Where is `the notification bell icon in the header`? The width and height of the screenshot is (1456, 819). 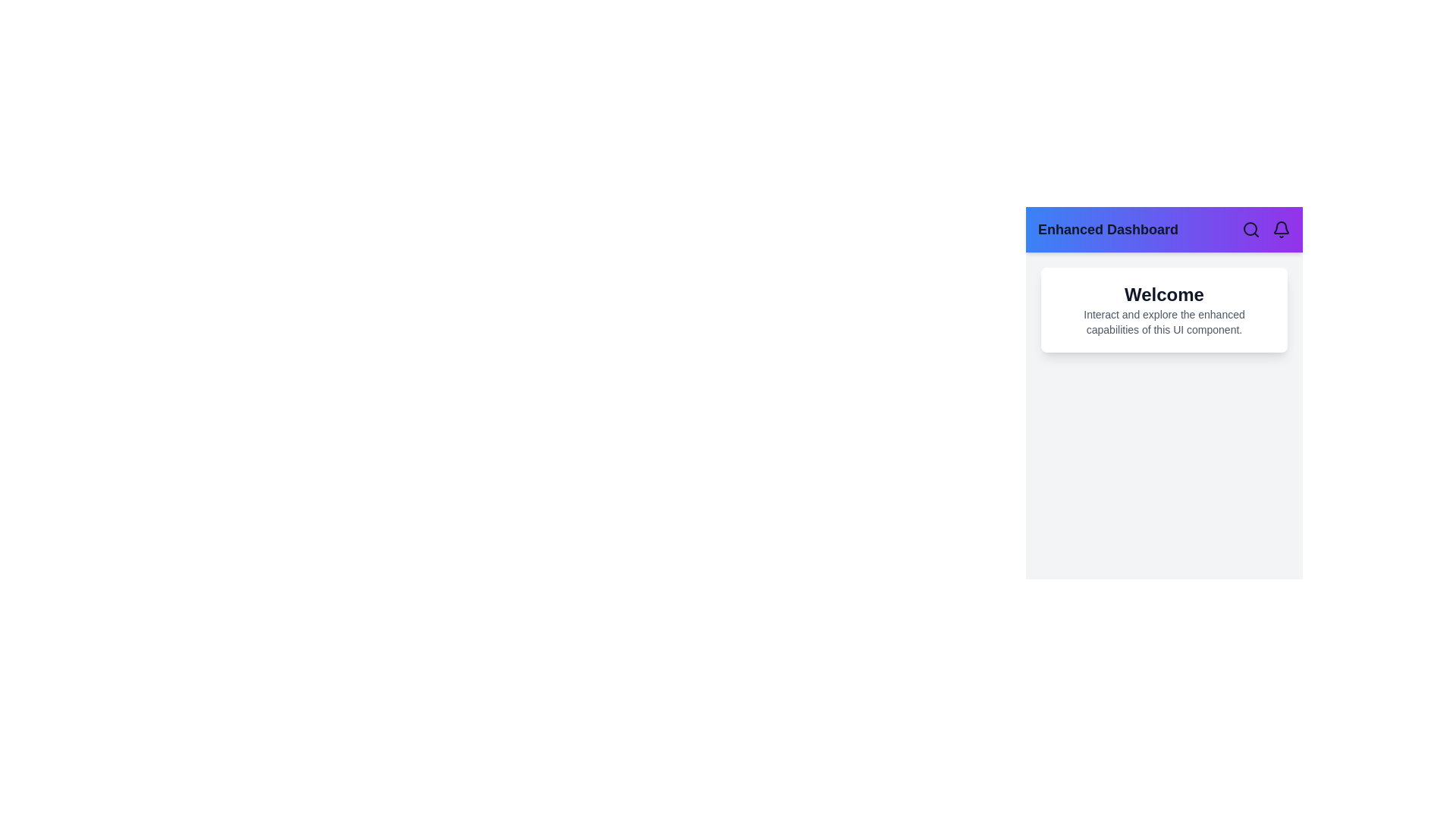 the notification bell icon in the header is located at coordinates (1280, 230).